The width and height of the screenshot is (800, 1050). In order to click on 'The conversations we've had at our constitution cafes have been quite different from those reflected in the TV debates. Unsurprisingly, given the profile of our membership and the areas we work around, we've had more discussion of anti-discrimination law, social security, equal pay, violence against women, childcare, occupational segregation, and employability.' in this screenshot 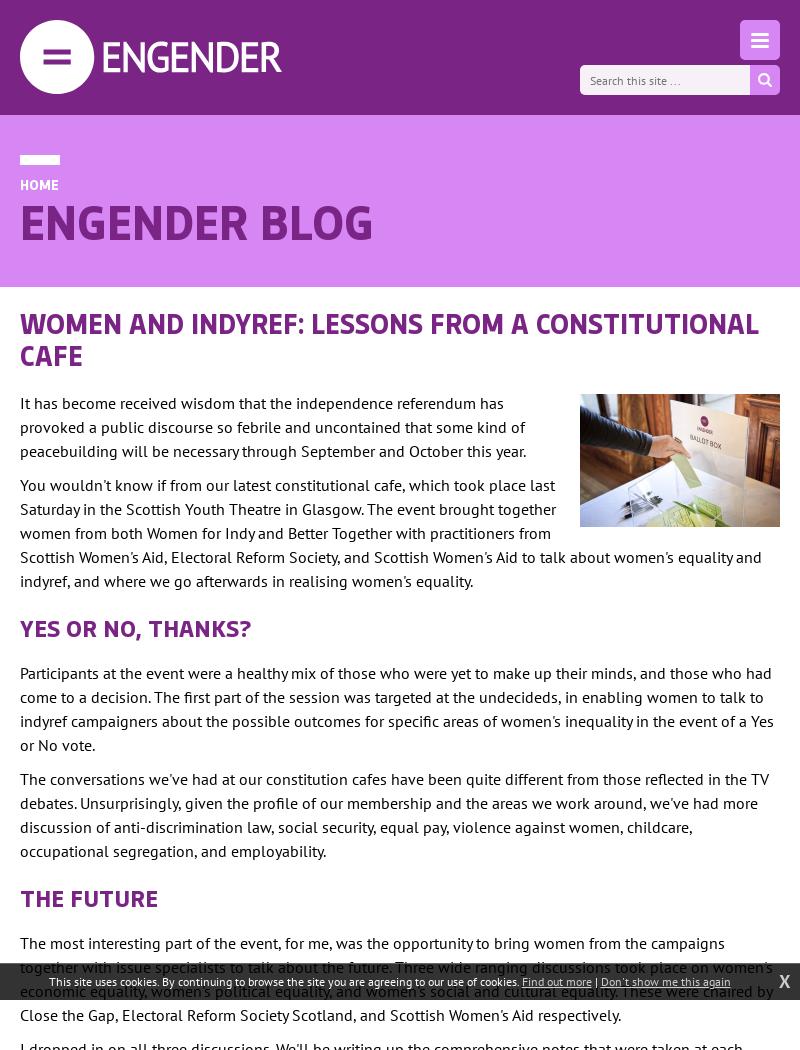, I will do `click(393, 814)`.